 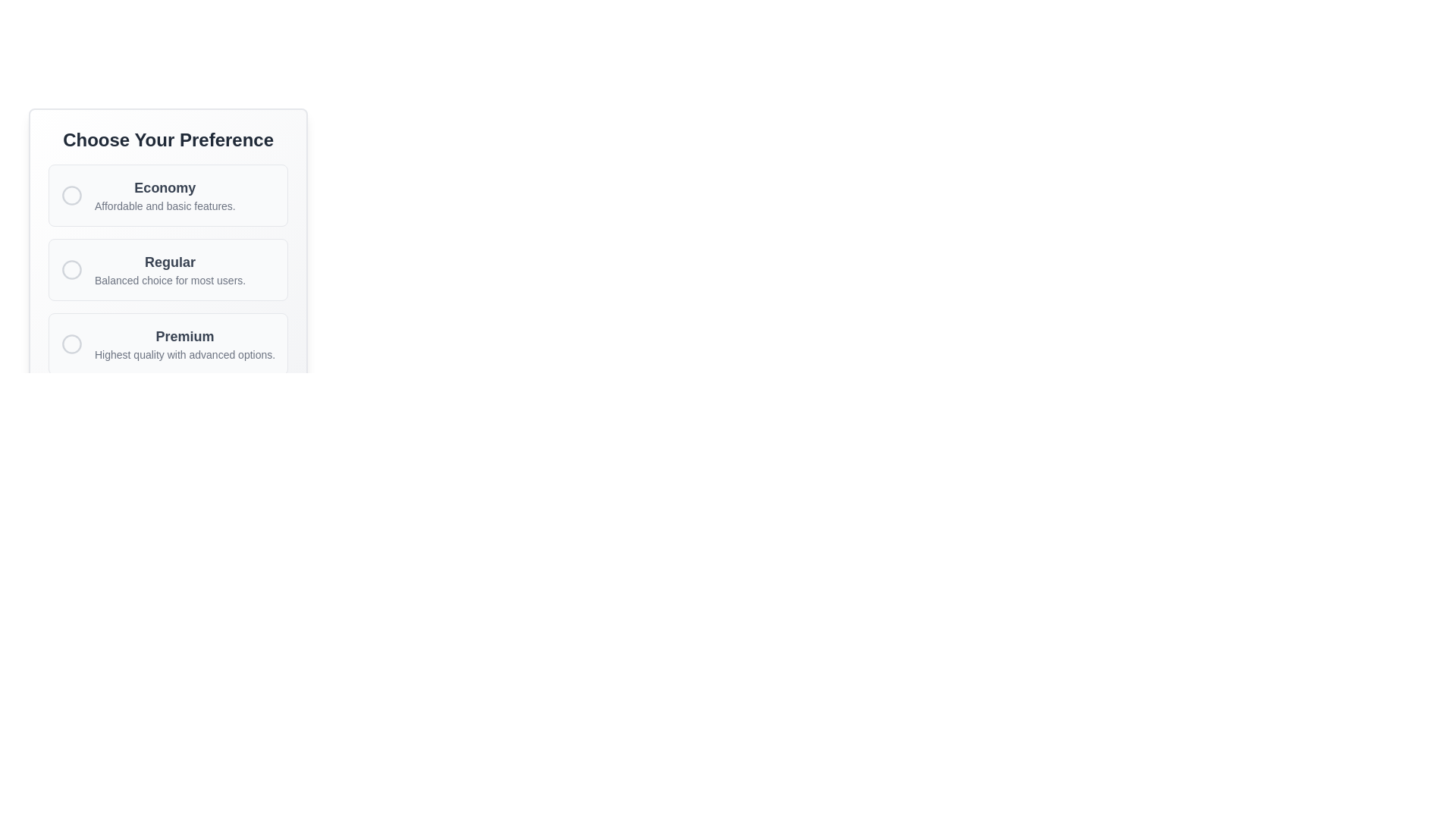 I want to click on the descriptive text element that displays 'Highest quality with advanced options.' in the 'Premium' section of the options list, so click(x=184, y=354).